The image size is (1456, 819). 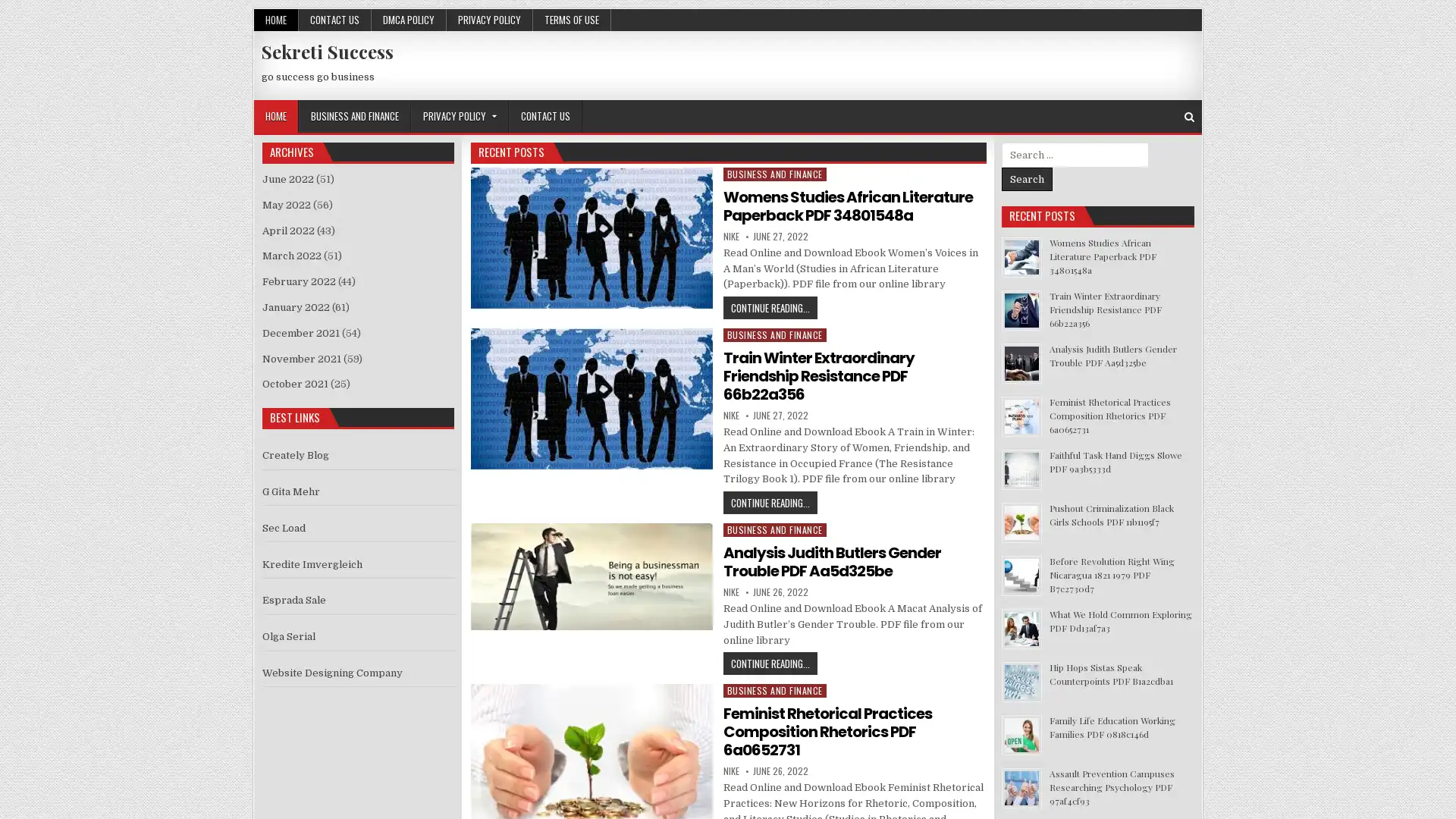 I want to click on Search, so click(x=1027, y=178).